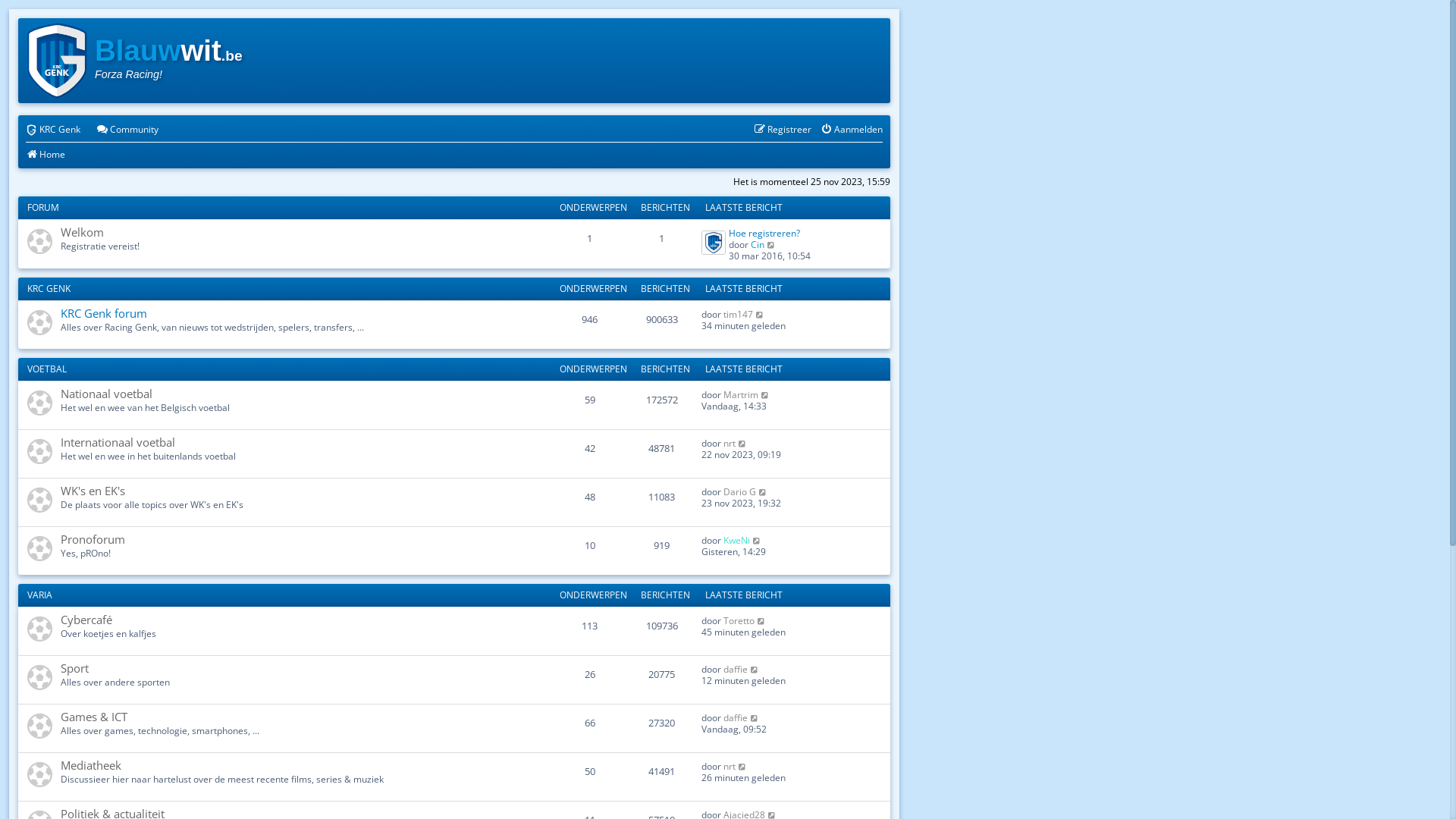 This screenshot has width=1456, height=819. Describe the element at coordinates (92, 491) in the screenshot. I see `'WK's en EK's'` at that location.